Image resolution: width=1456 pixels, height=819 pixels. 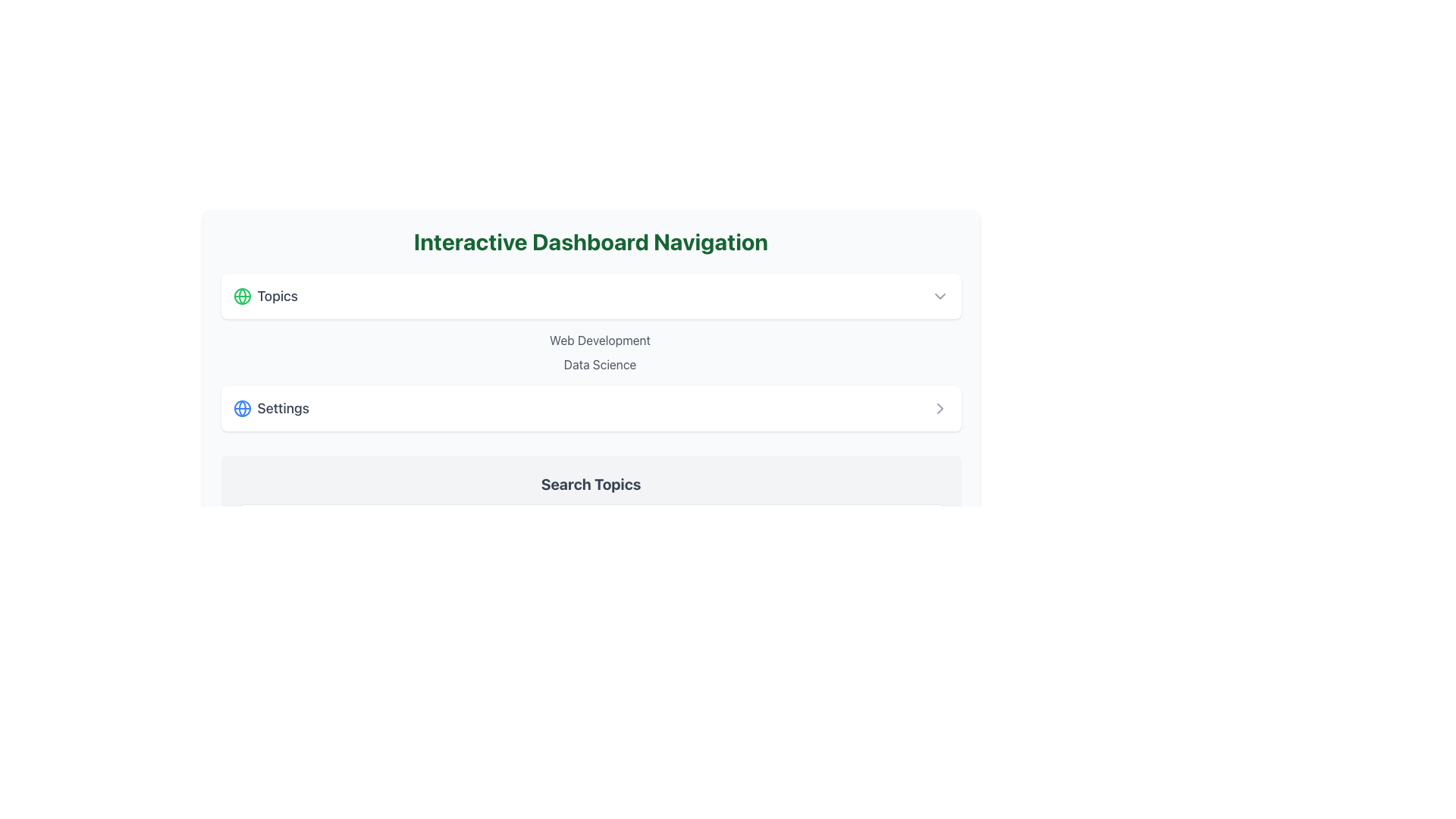 What do you see at coordinates (241, 296) in the screenshot?
I see `the icon associated with the 'Topics' section` at bounding box center [241, 296].